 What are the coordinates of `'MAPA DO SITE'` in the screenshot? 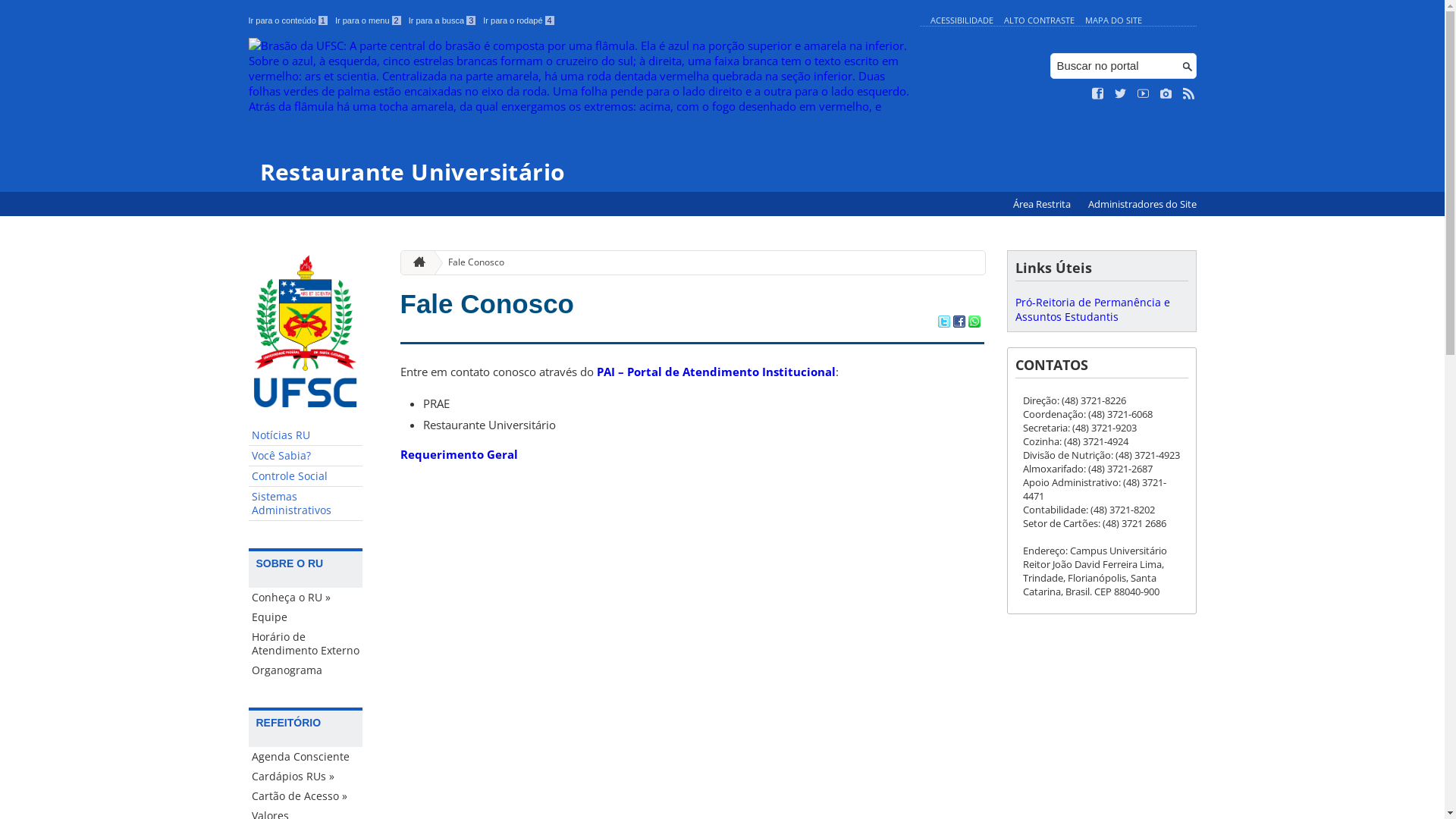 It's located at (1112, 20).